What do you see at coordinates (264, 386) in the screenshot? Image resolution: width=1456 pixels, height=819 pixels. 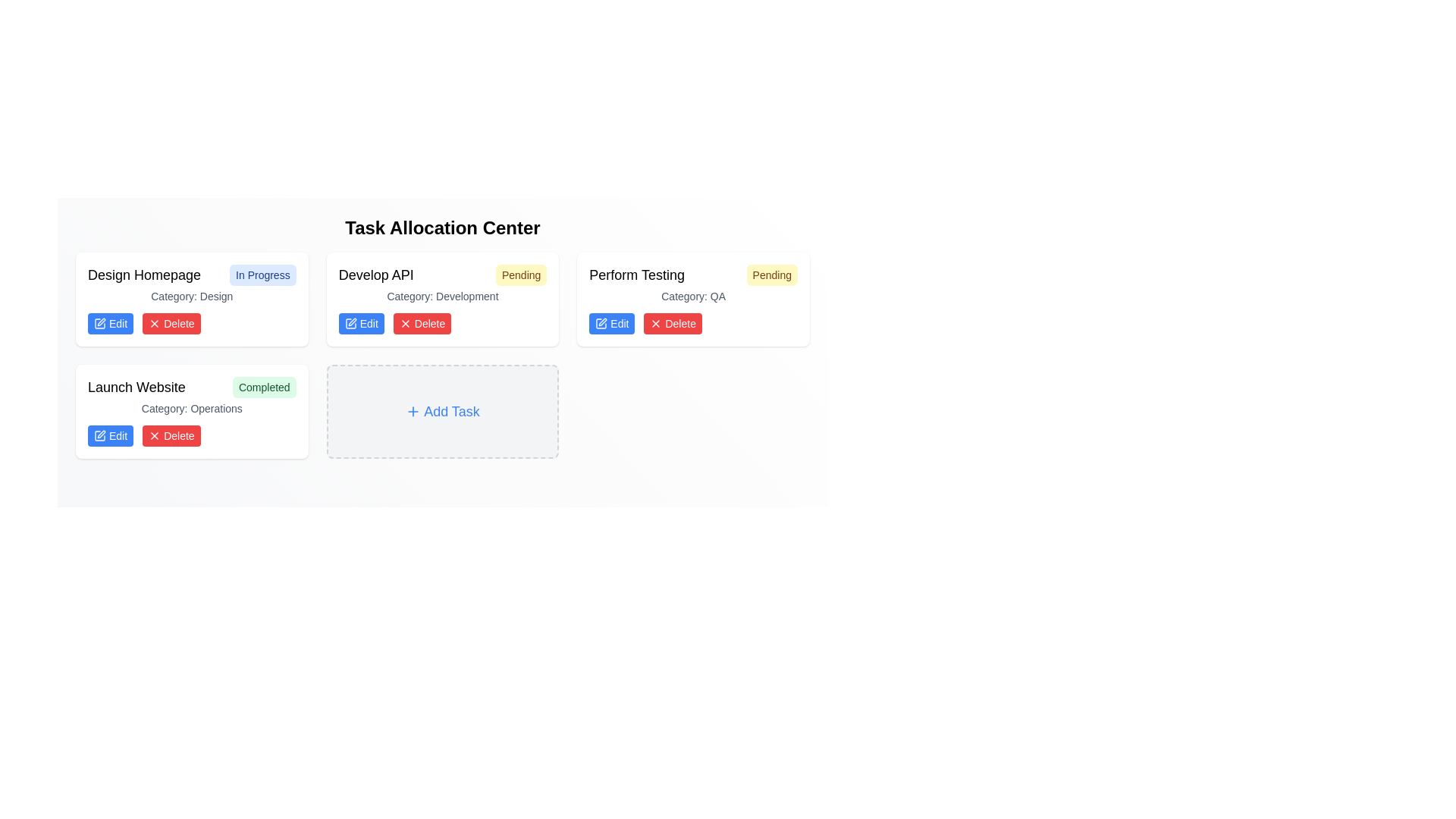 I see `the Status label indicating the completion status of the associated task, which is positioned to the right side of the 'Launch Website' task title within the task card` at bounding box center [264, 386].